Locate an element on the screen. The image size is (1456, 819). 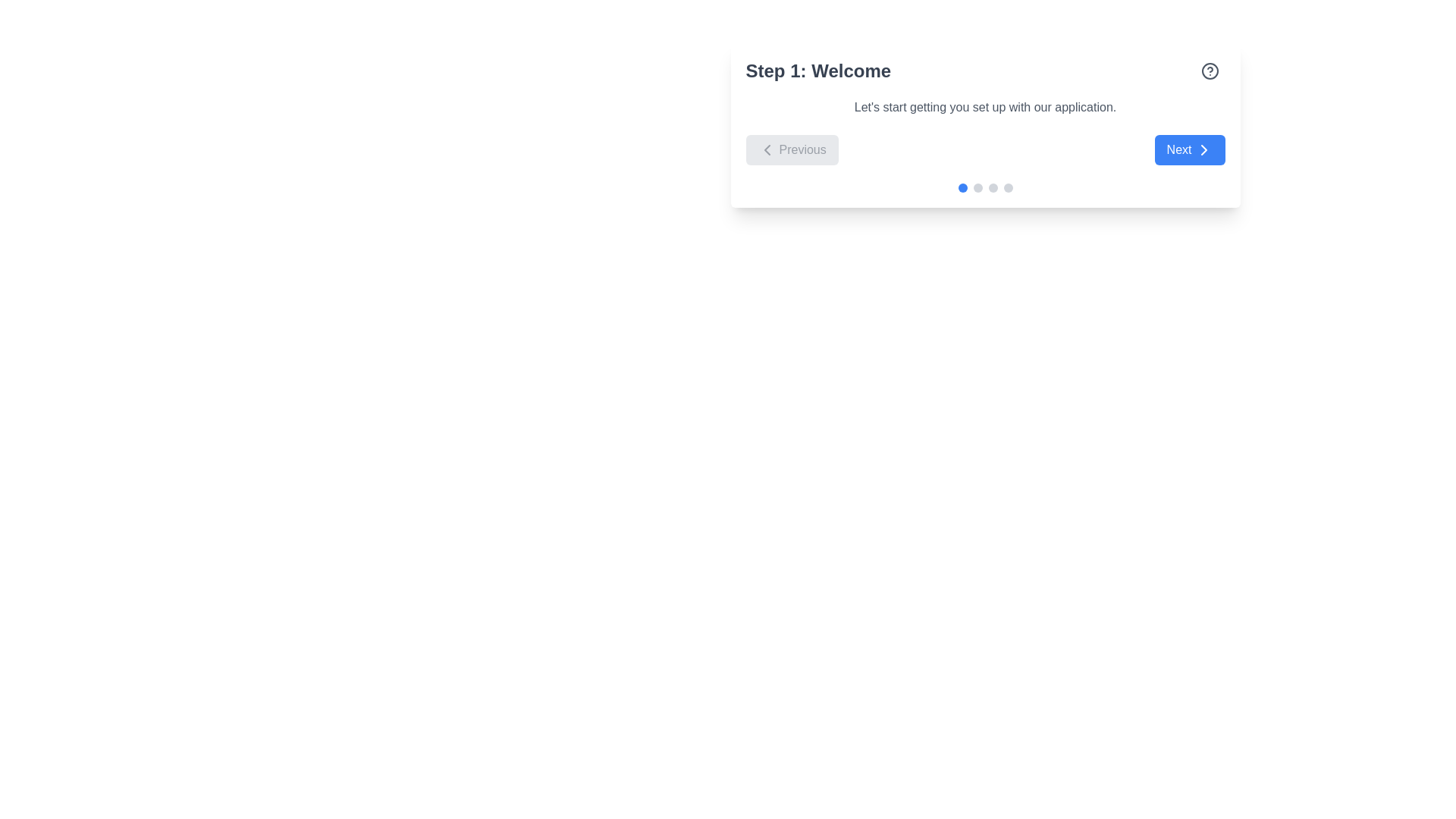
the second pagination dot, which is a small gray circular indicator indicating it is inactive, positioned below 'Step 1: Welcome' is located at coordinates (977, 187).